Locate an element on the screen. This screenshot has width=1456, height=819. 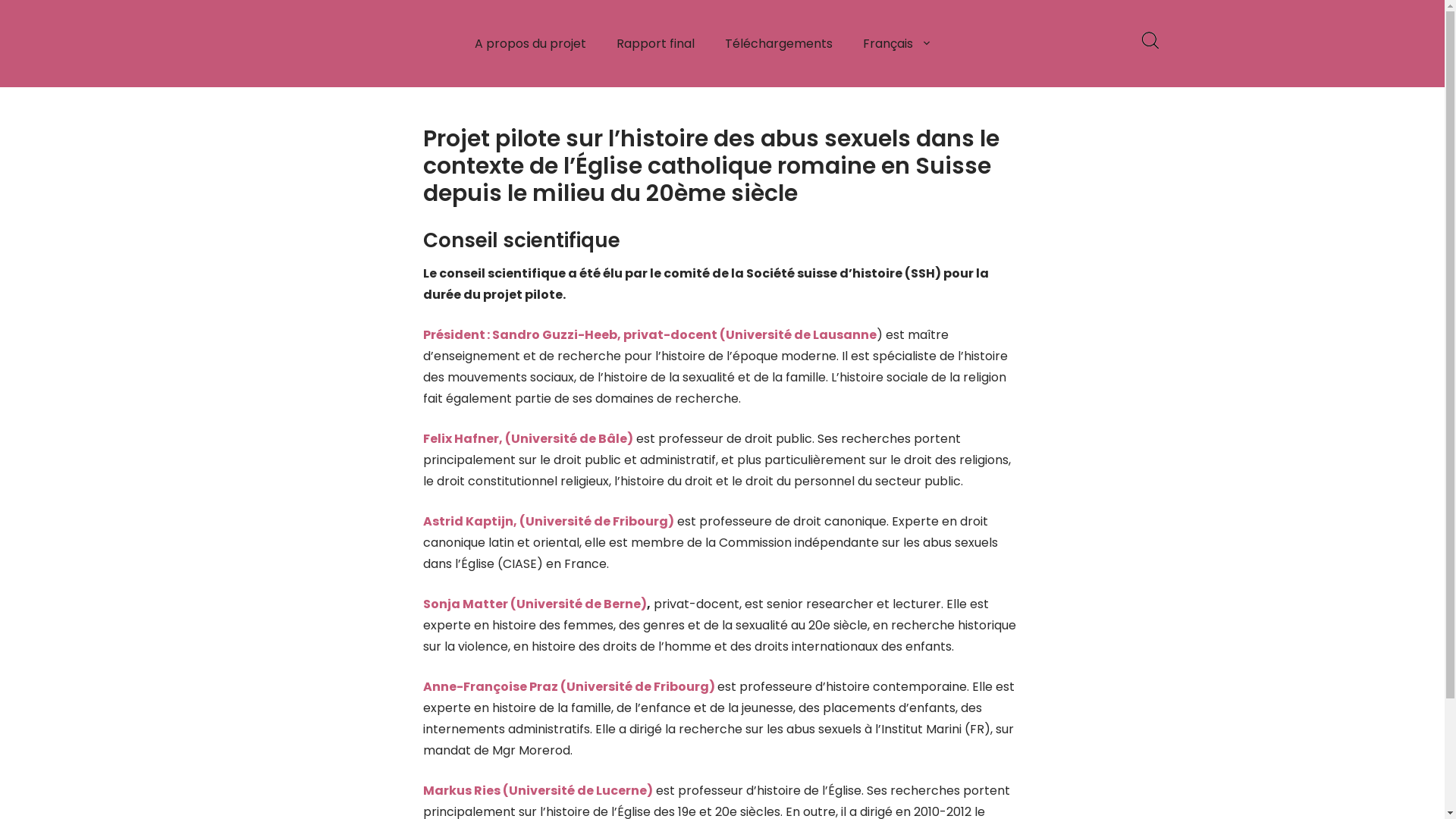
'A propos du projet' is located at coordinates (458, 42).